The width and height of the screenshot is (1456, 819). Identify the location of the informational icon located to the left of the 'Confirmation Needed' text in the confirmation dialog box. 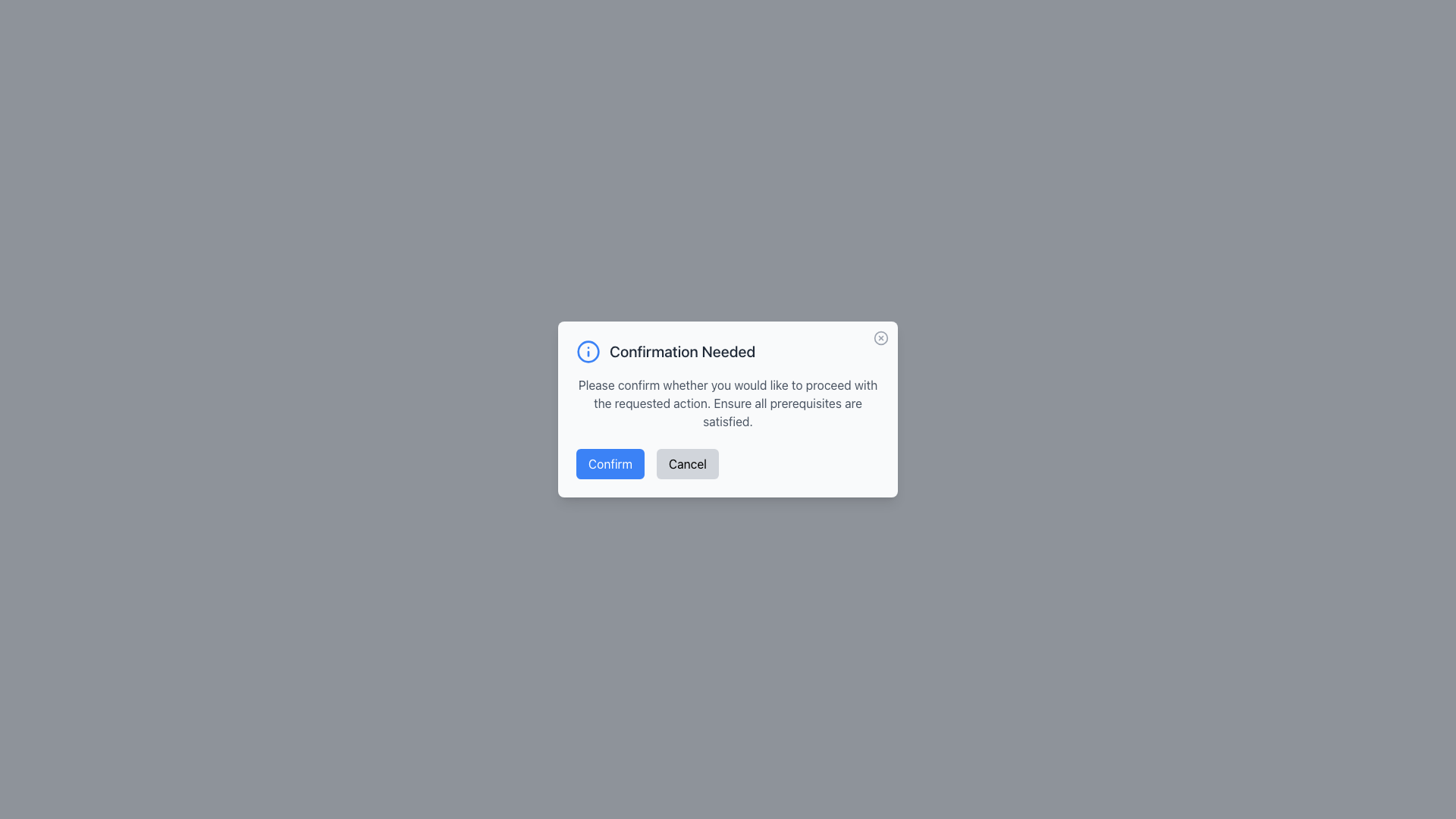
(588, 351).